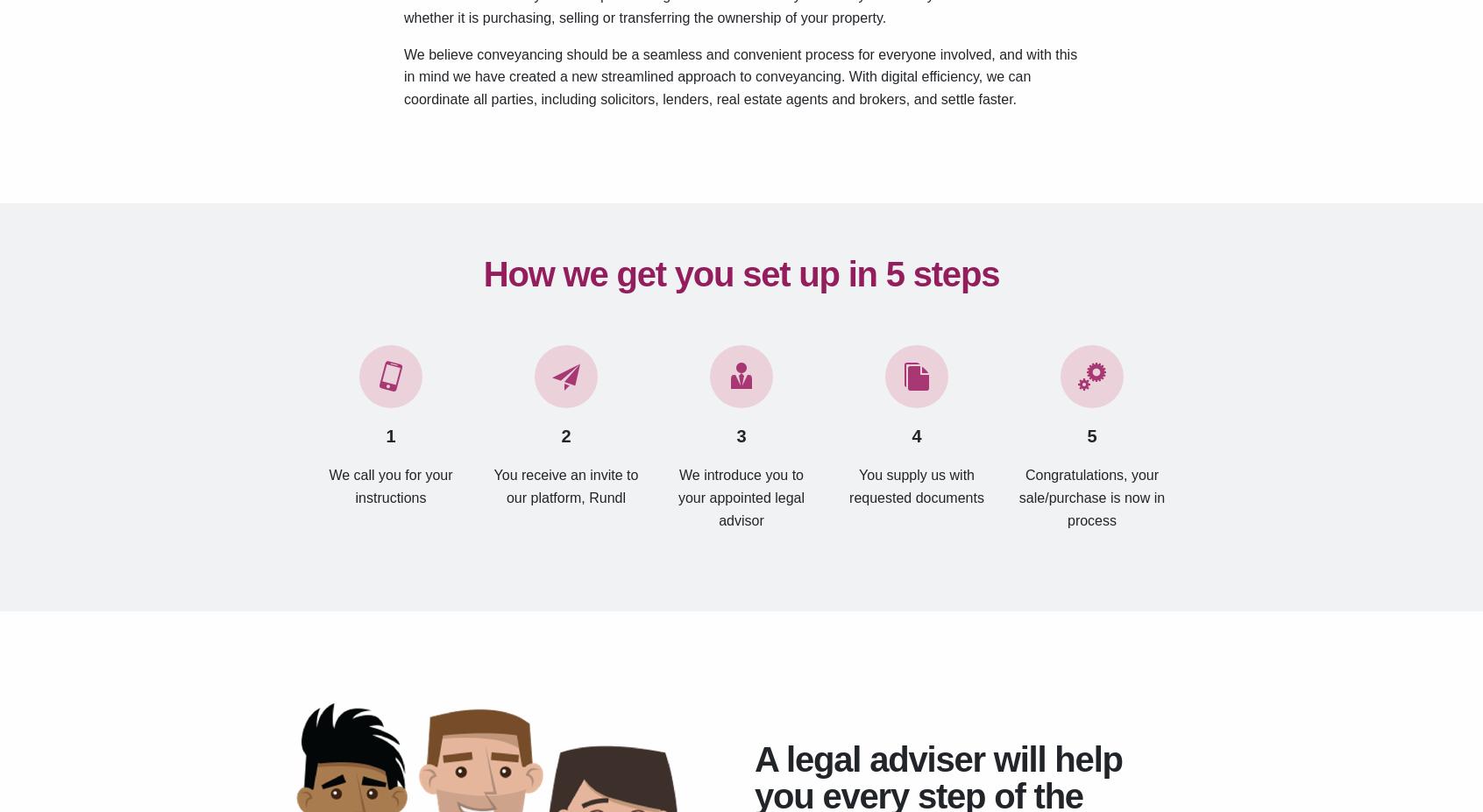  What do you see at coordinates (389, 435) in the screenshot?
I see `'1'` at bounding box center [389, 435].